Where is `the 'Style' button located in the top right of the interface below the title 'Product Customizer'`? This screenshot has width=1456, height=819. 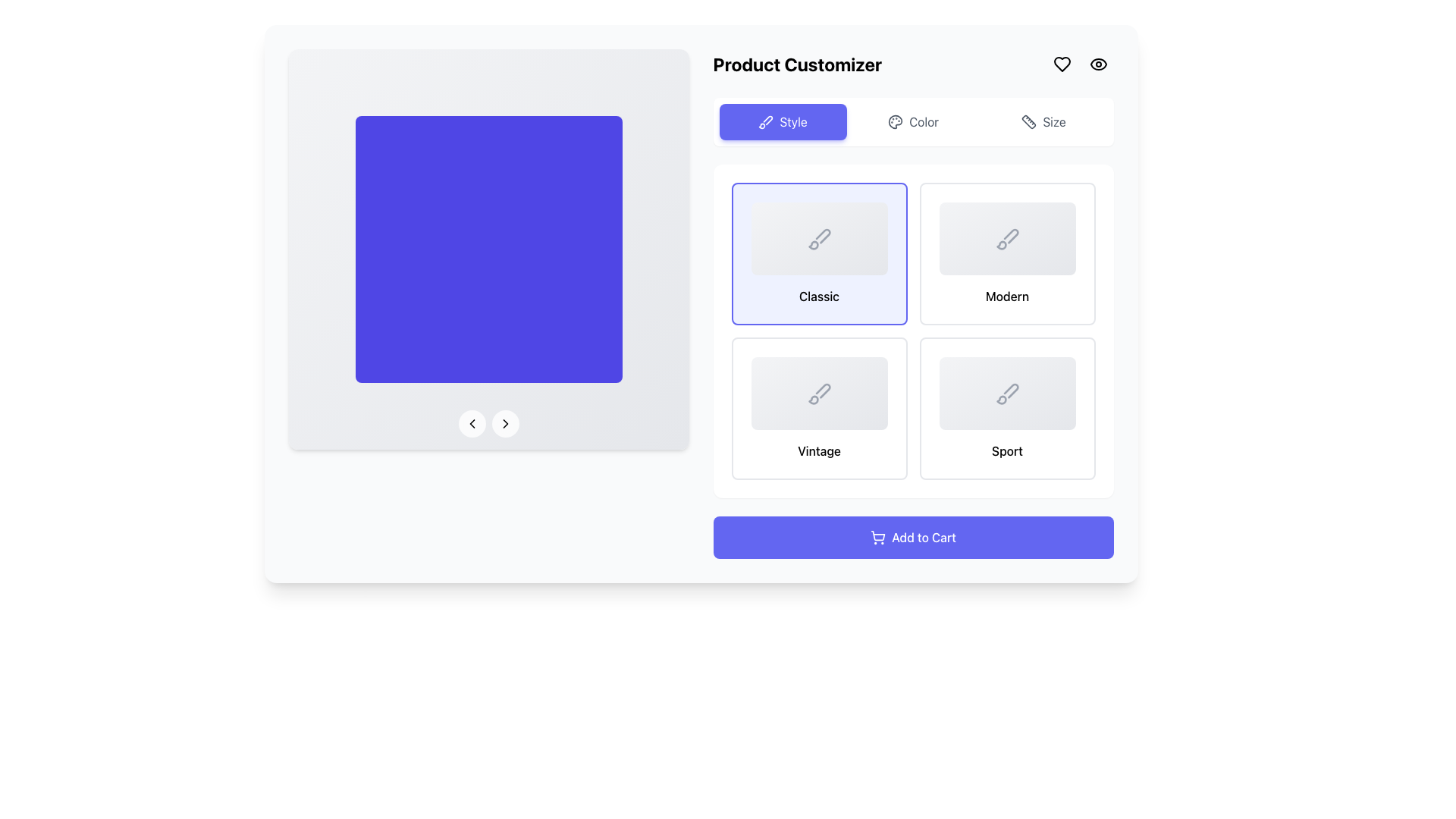
the 'Style' button located in the top right of the interface below the title 'Product Customizer' is located at coordinates (783, 121).